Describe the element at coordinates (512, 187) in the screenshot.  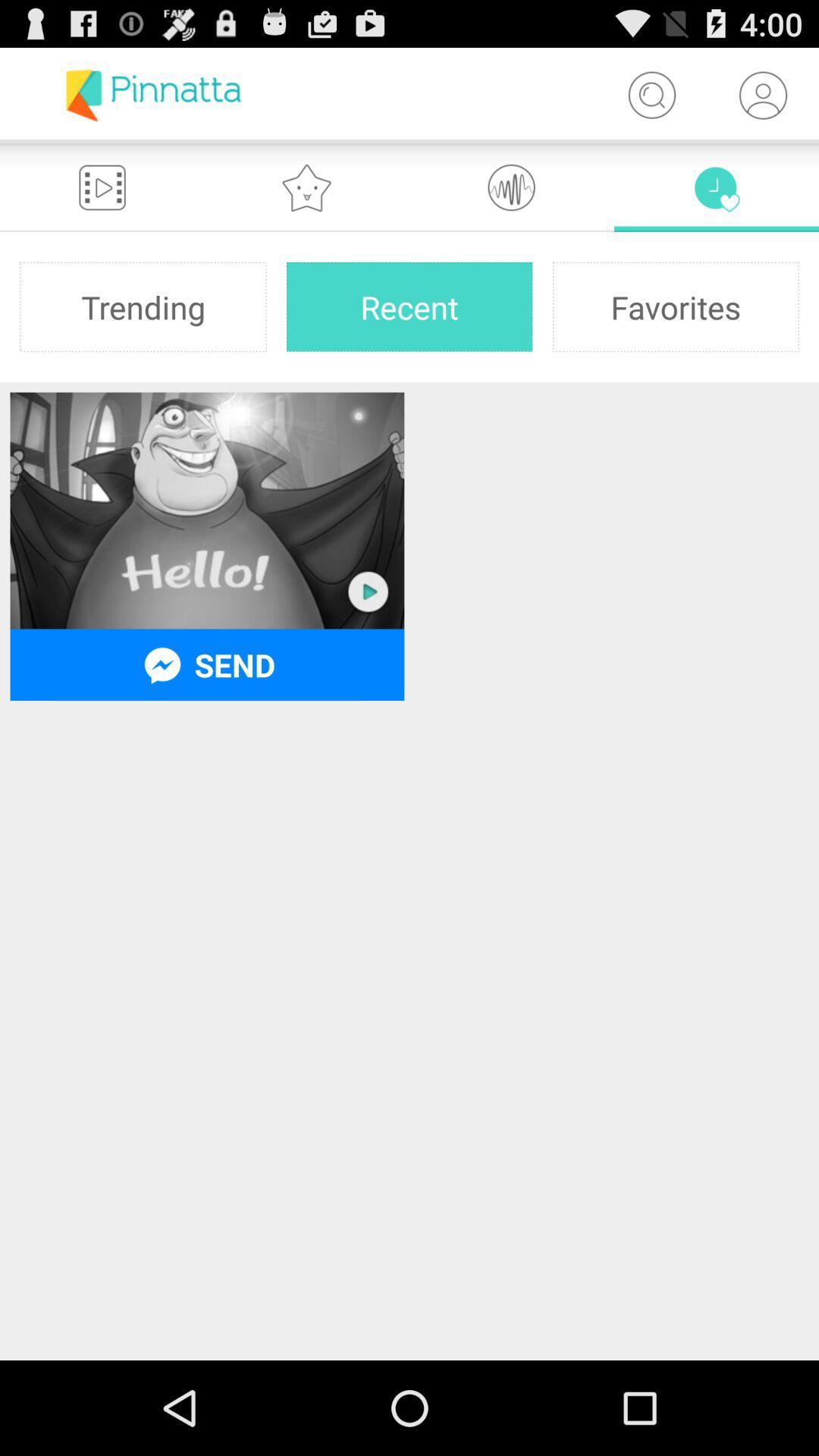
I see `the icon which is to the right of star icon` at that location.